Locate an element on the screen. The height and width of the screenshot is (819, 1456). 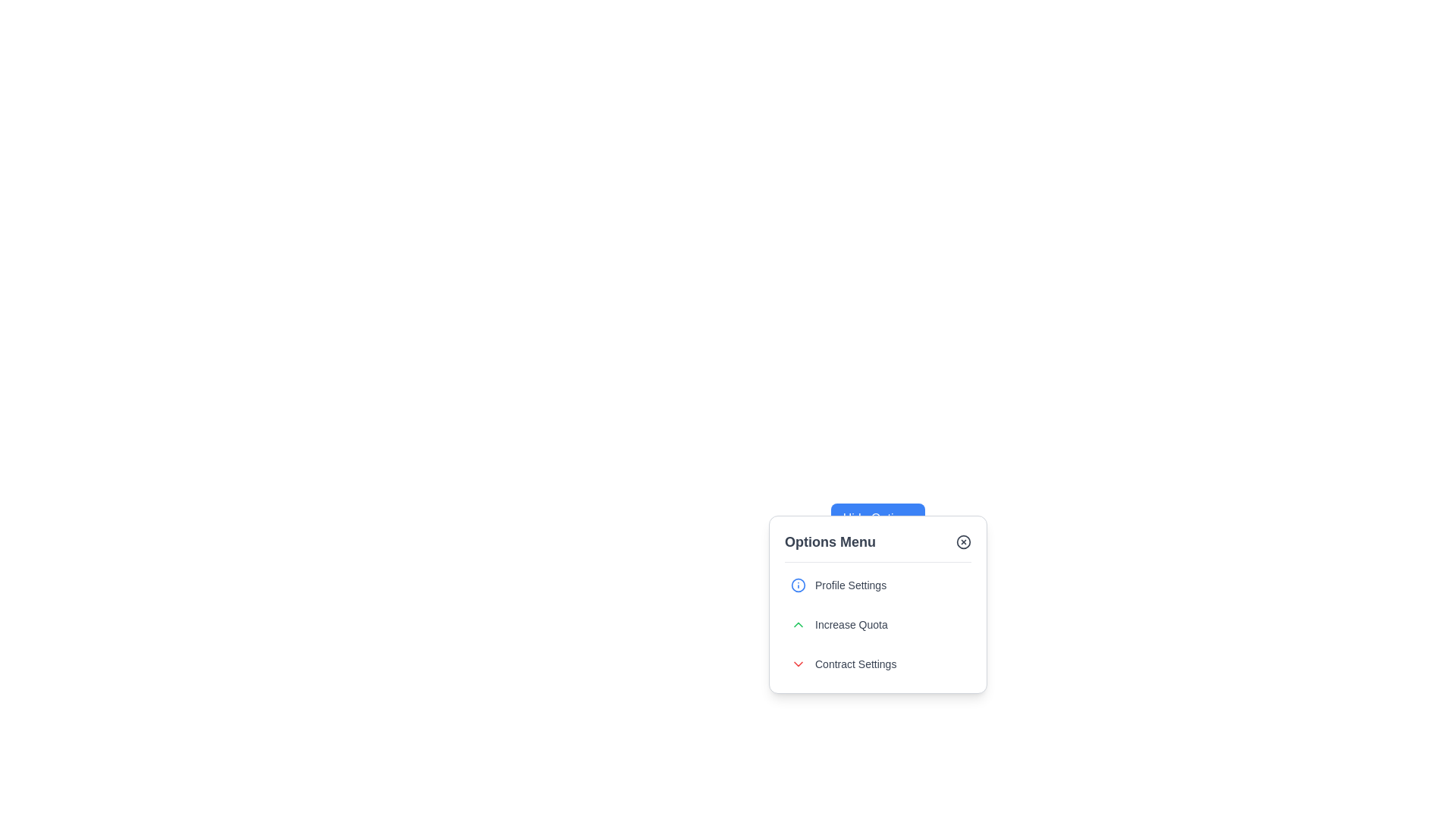
the Label Text indicating the action associated with increasing a quota, located in a dropdown menu between 'Profile Settings' and 'Contract Settings', next to an upward-facing green arrow icon is located at coordinates (851, 625).